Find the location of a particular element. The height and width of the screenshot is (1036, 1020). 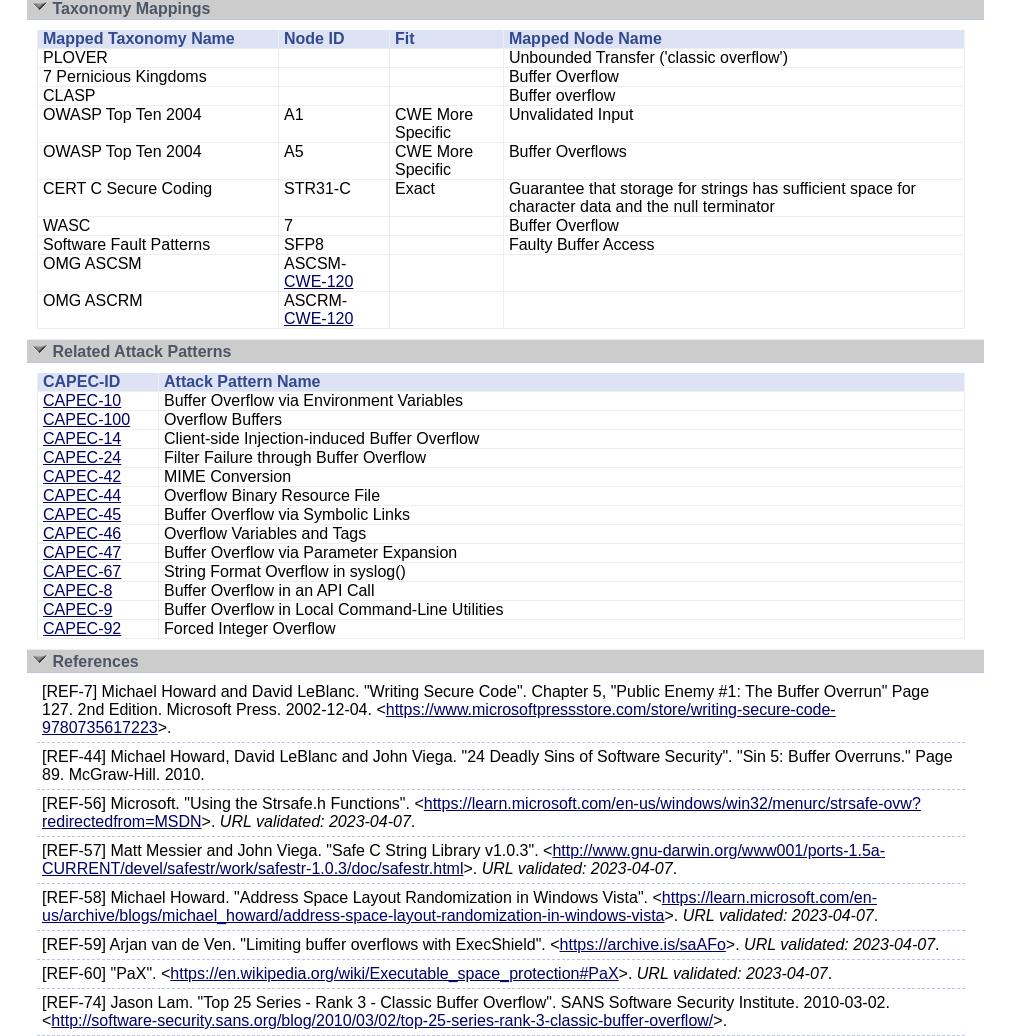

'https://learn.microsoft.com/en-us/windows/win32/menurc/strsafe-ovw?redirectedfrom=MSDN' is located at coordinates (481, 812).